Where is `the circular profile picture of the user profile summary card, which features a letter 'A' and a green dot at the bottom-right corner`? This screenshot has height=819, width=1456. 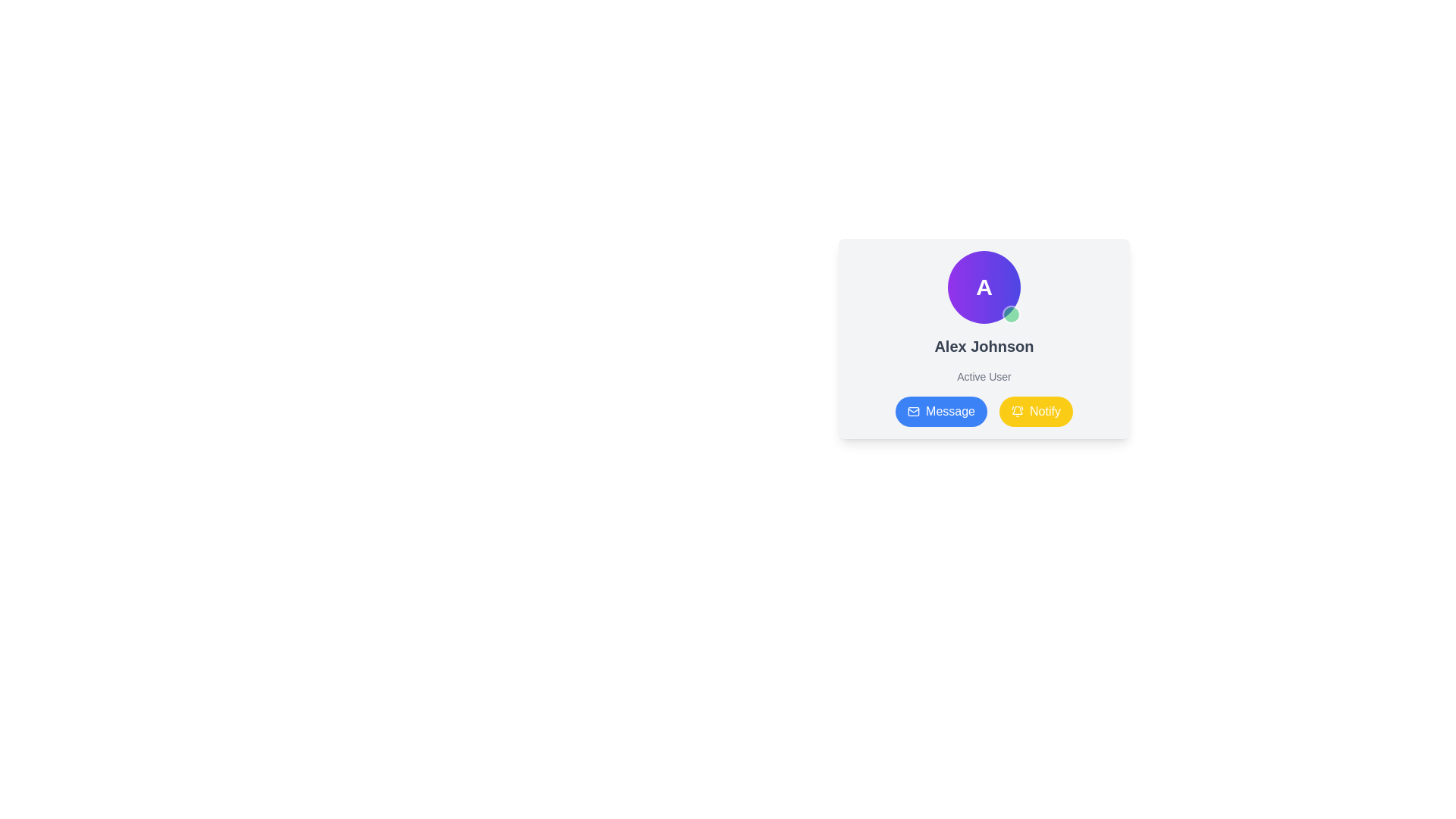 the circular profile picture of the user profile summary card, which features a letter 'A' and a green dot at the bottom-right corner is located at coordinates (984, 338).